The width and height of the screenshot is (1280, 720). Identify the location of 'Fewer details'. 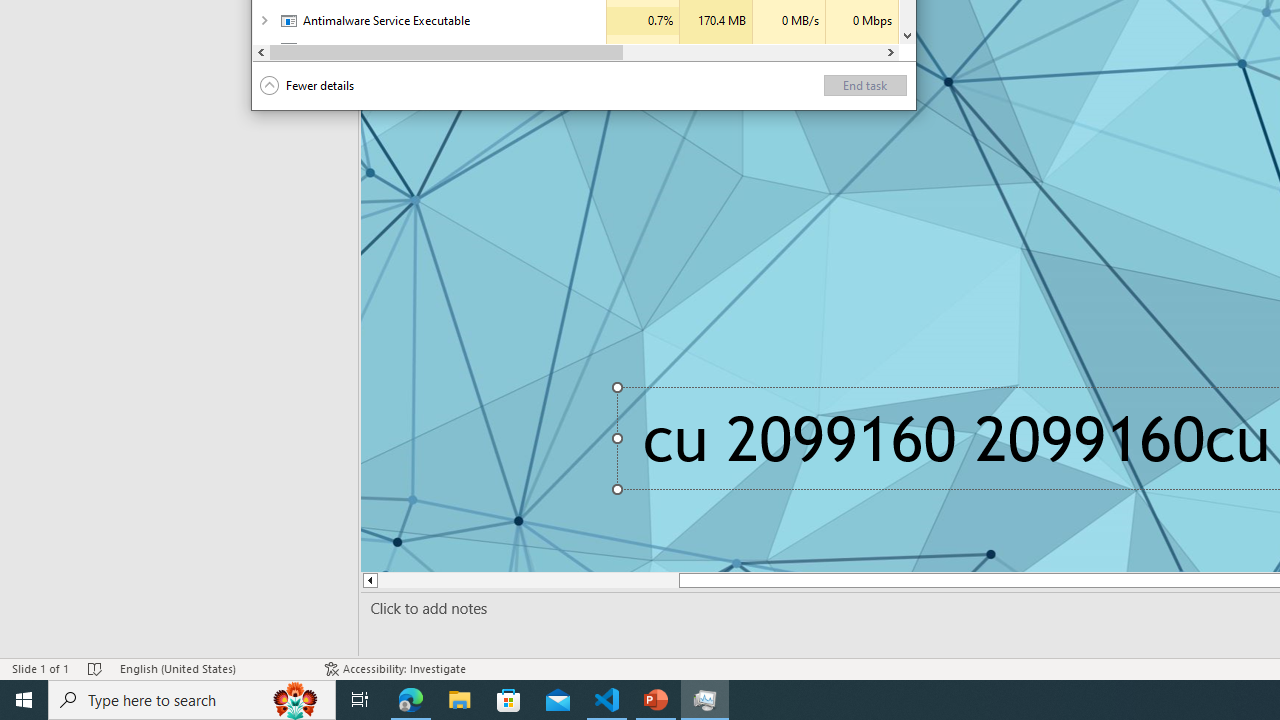
(306, 85).